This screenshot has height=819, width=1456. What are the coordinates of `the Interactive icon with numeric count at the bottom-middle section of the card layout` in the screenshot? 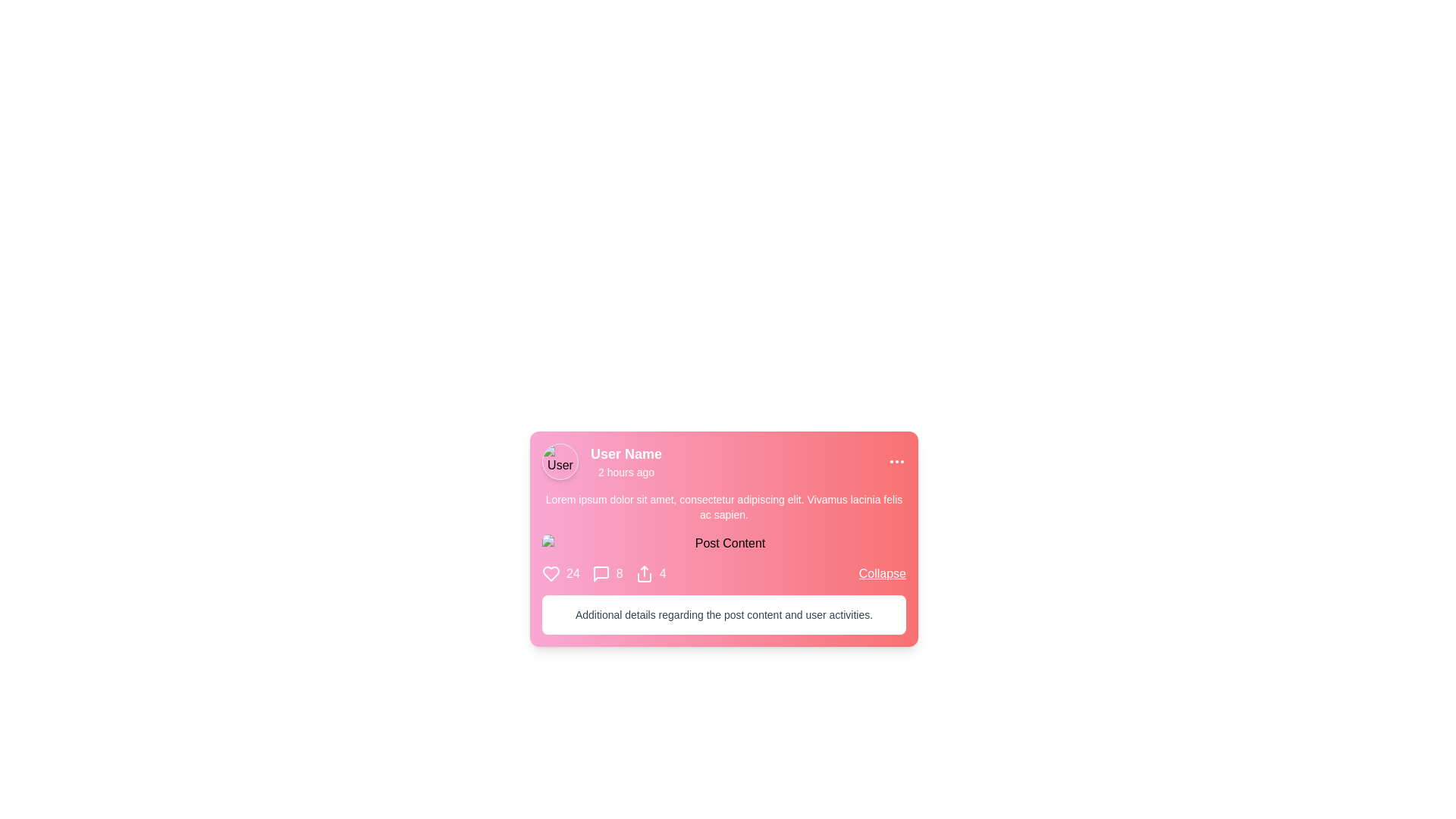 It's located at (560, 573).